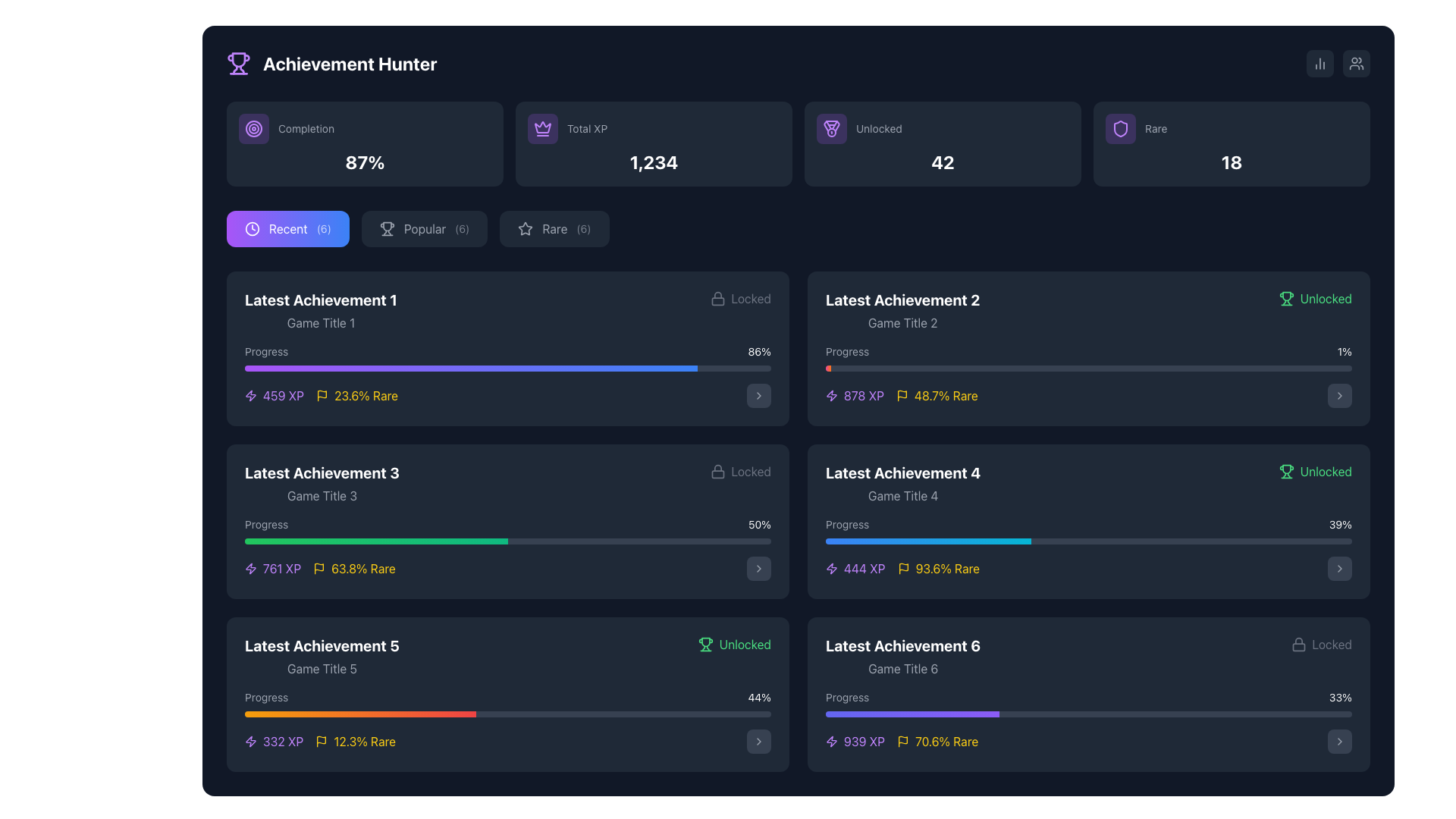 The height and width of the screenshot is (819, 1456). I want to click on the Icon button located in the top-right corner of the interface, so click(1357, 63).